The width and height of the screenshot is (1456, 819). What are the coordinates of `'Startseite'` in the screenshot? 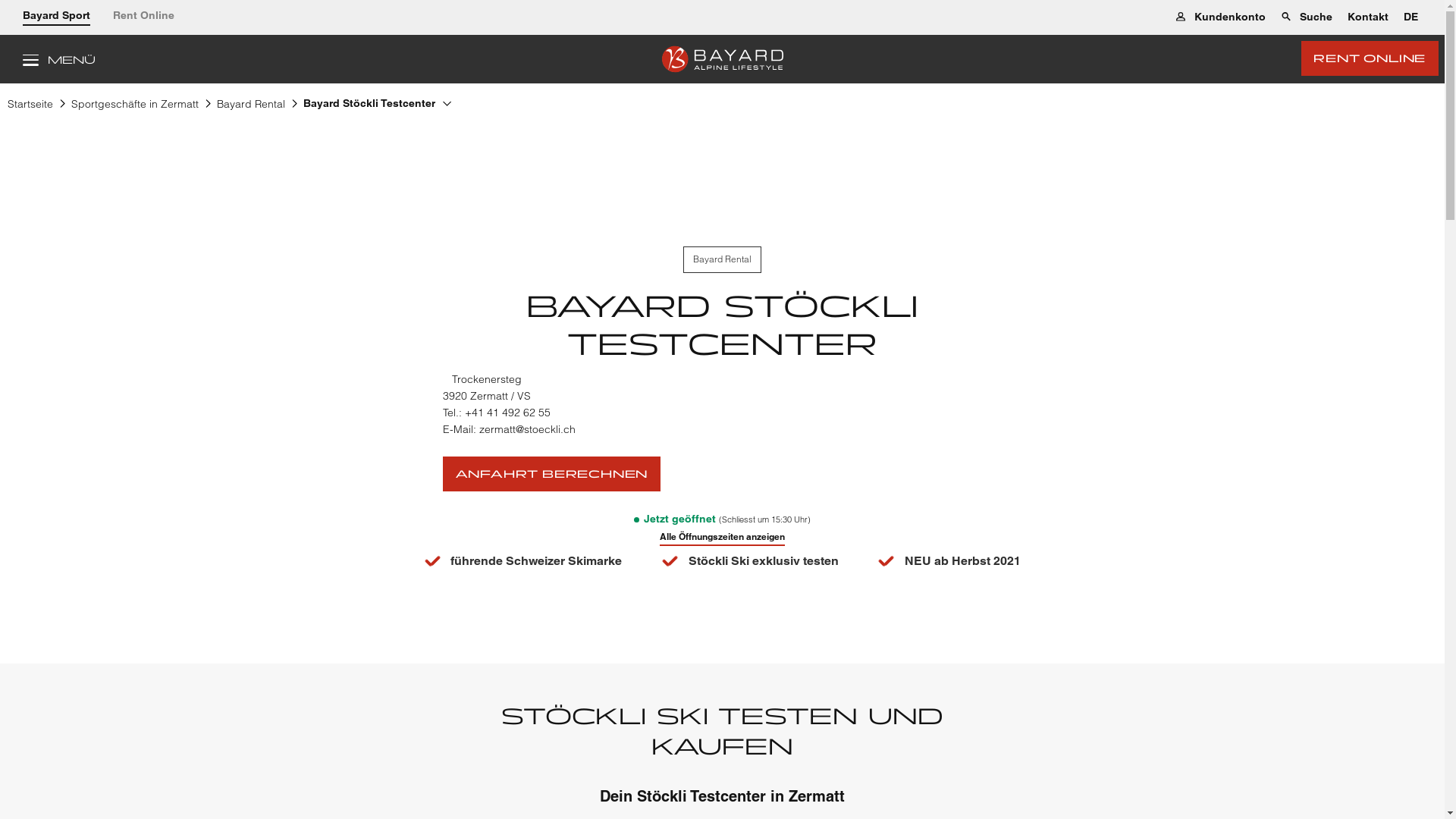 It's located at (30, 106).